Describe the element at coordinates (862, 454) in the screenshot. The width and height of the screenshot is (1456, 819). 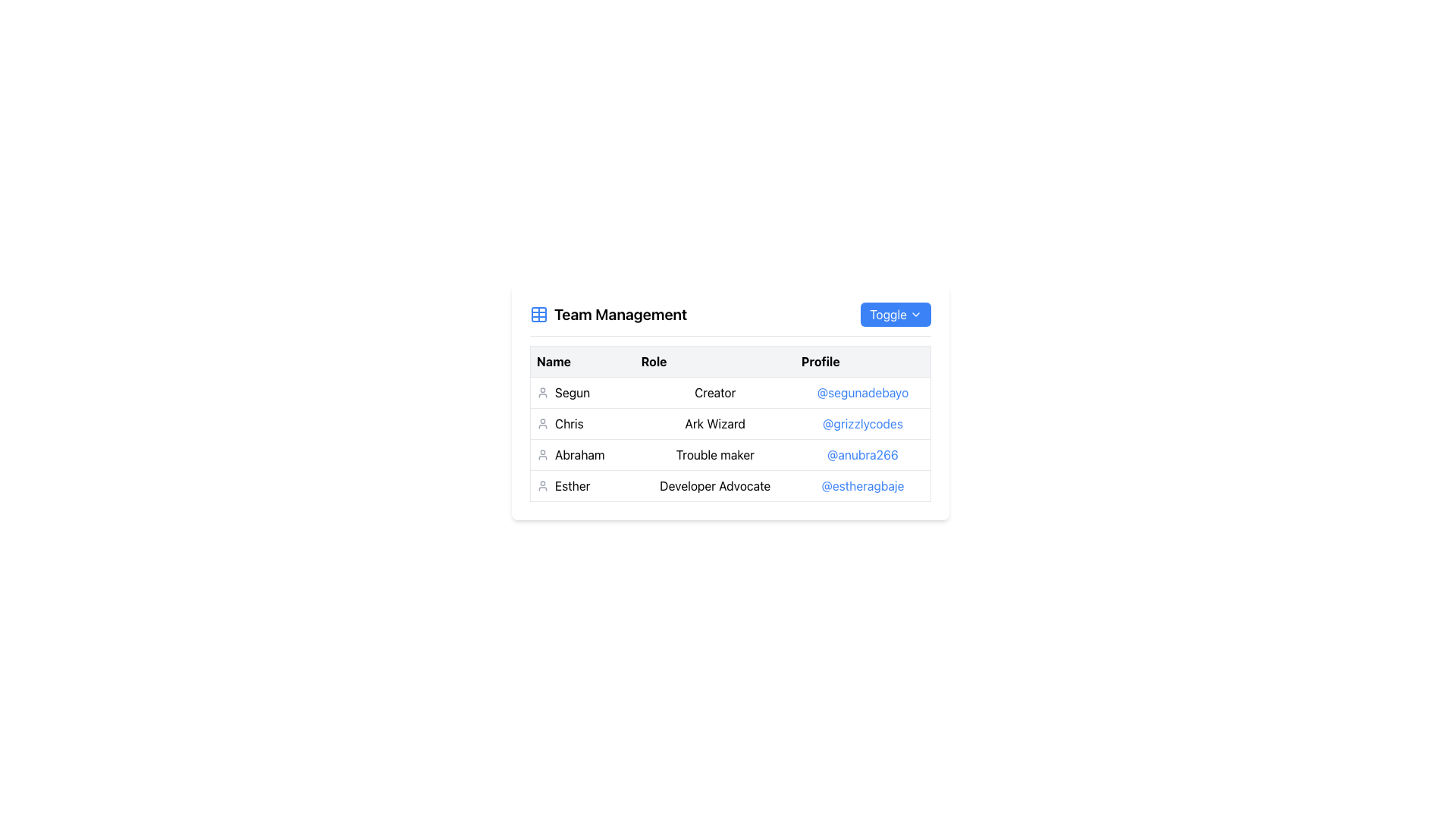
I see `the hyperlink displaying '@anubra266' in the 'Profile' column of the table row labeled 'Abraham'` at that location.